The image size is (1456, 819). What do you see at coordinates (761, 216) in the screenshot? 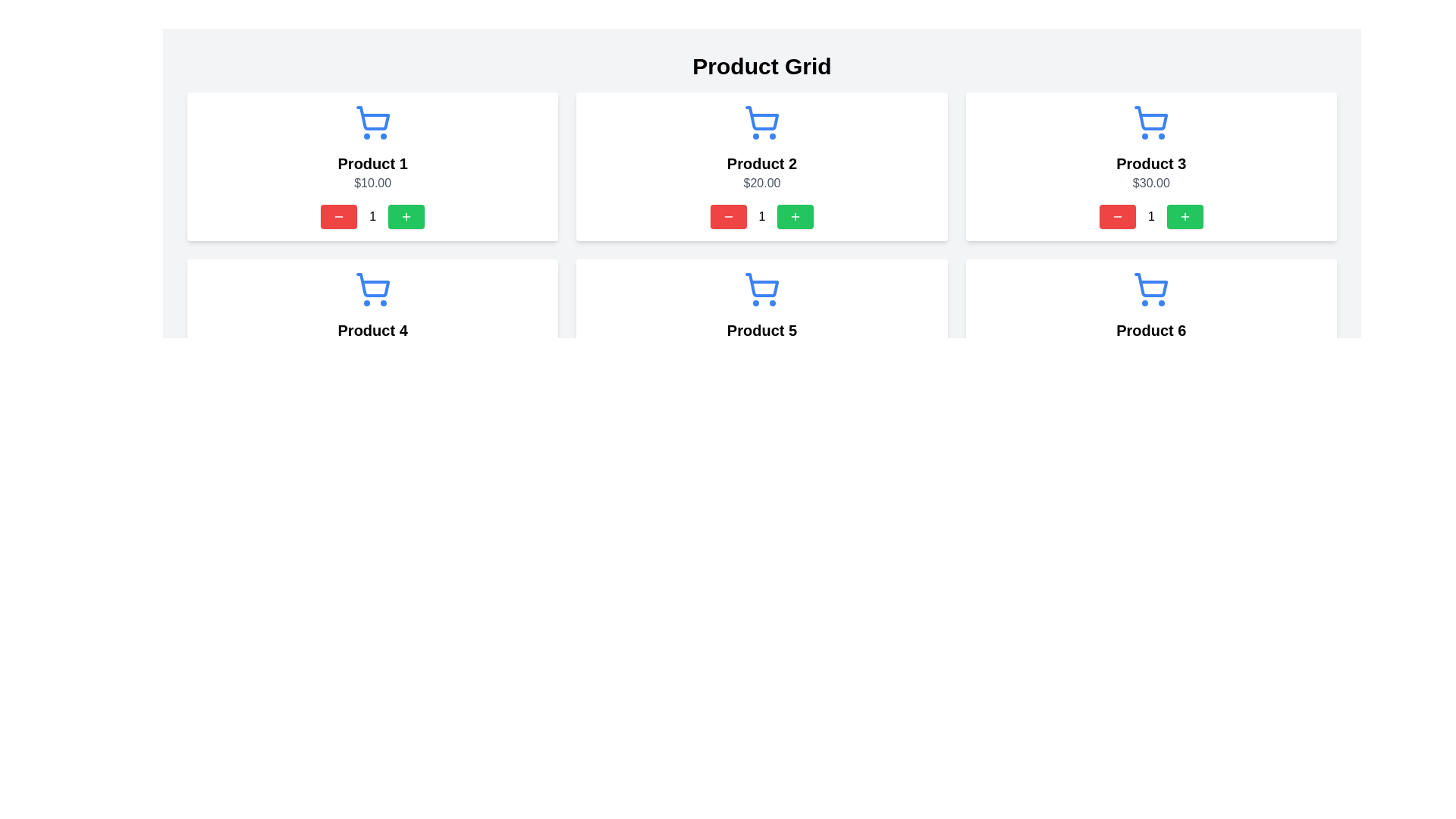
I see `the text label displaying the current quantity of the product selected in the 'Product 2' section for potential additional detail or styling effect` at bounding box center [761, 216].